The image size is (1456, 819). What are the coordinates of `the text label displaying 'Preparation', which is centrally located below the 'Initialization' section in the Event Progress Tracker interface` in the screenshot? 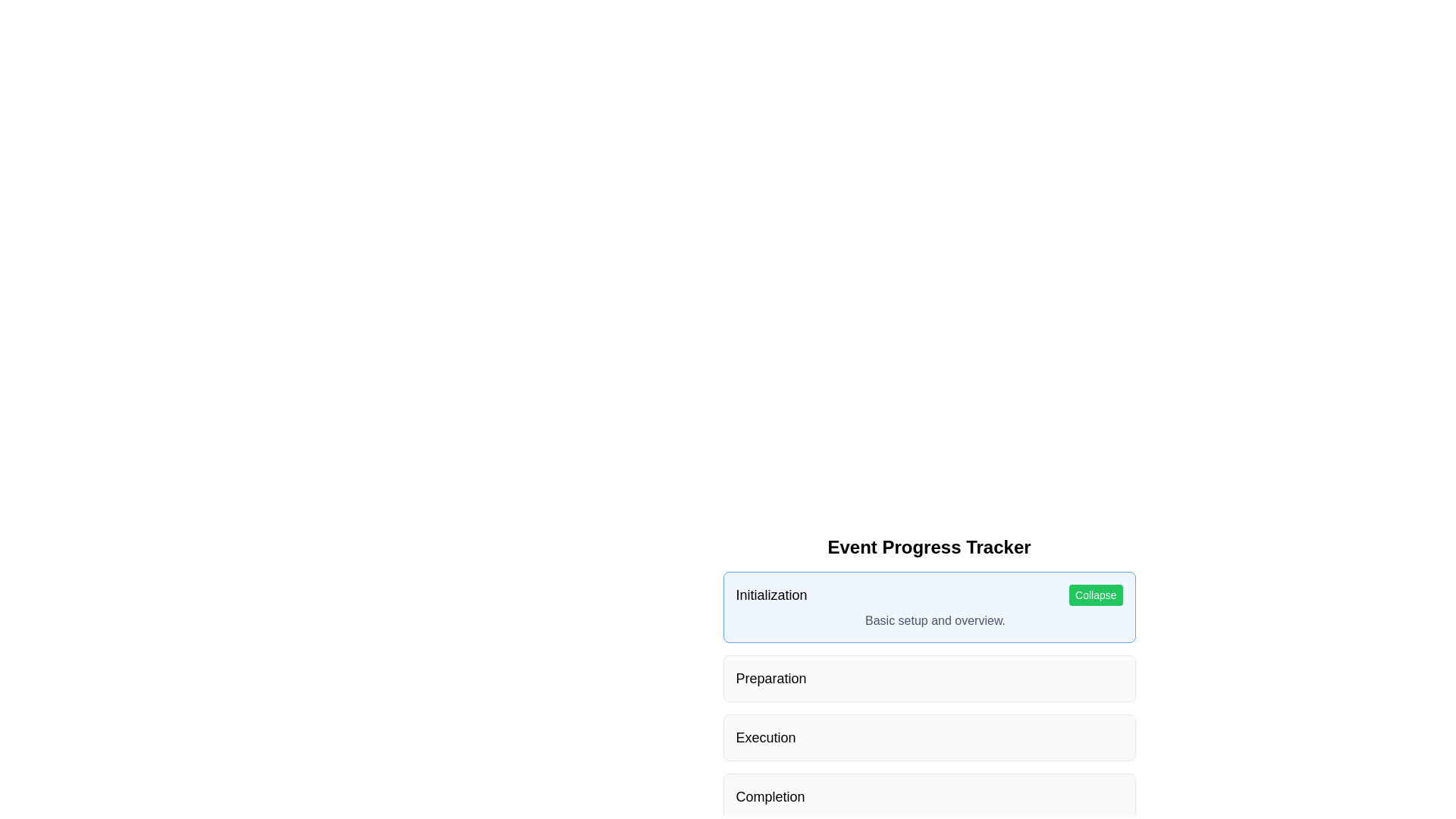 It's located at (771, 677).